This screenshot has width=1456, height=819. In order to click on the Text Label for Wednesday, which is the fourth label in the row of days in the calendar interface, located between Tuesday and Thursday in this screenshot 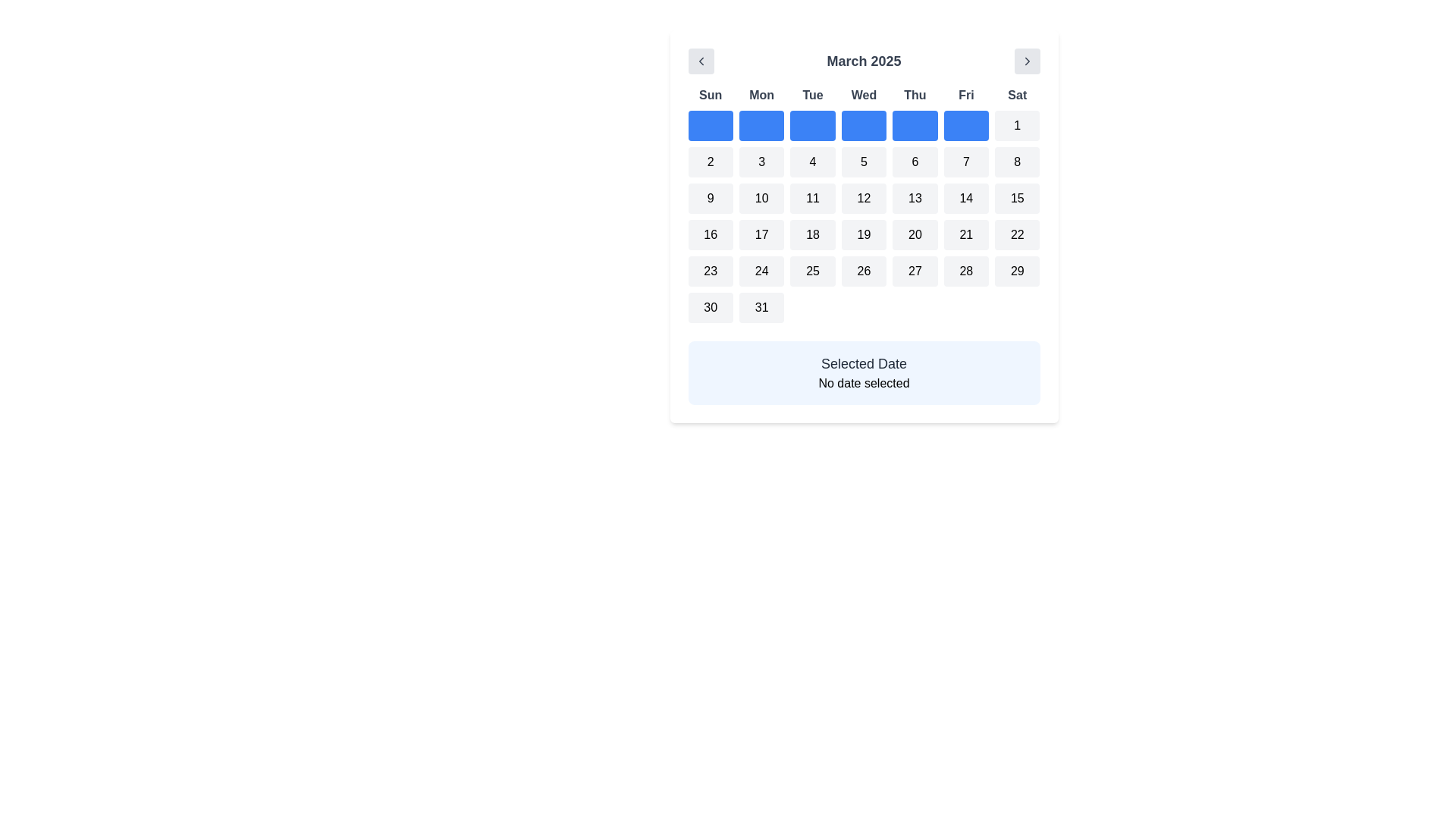, I will do `click(864, 96)`.